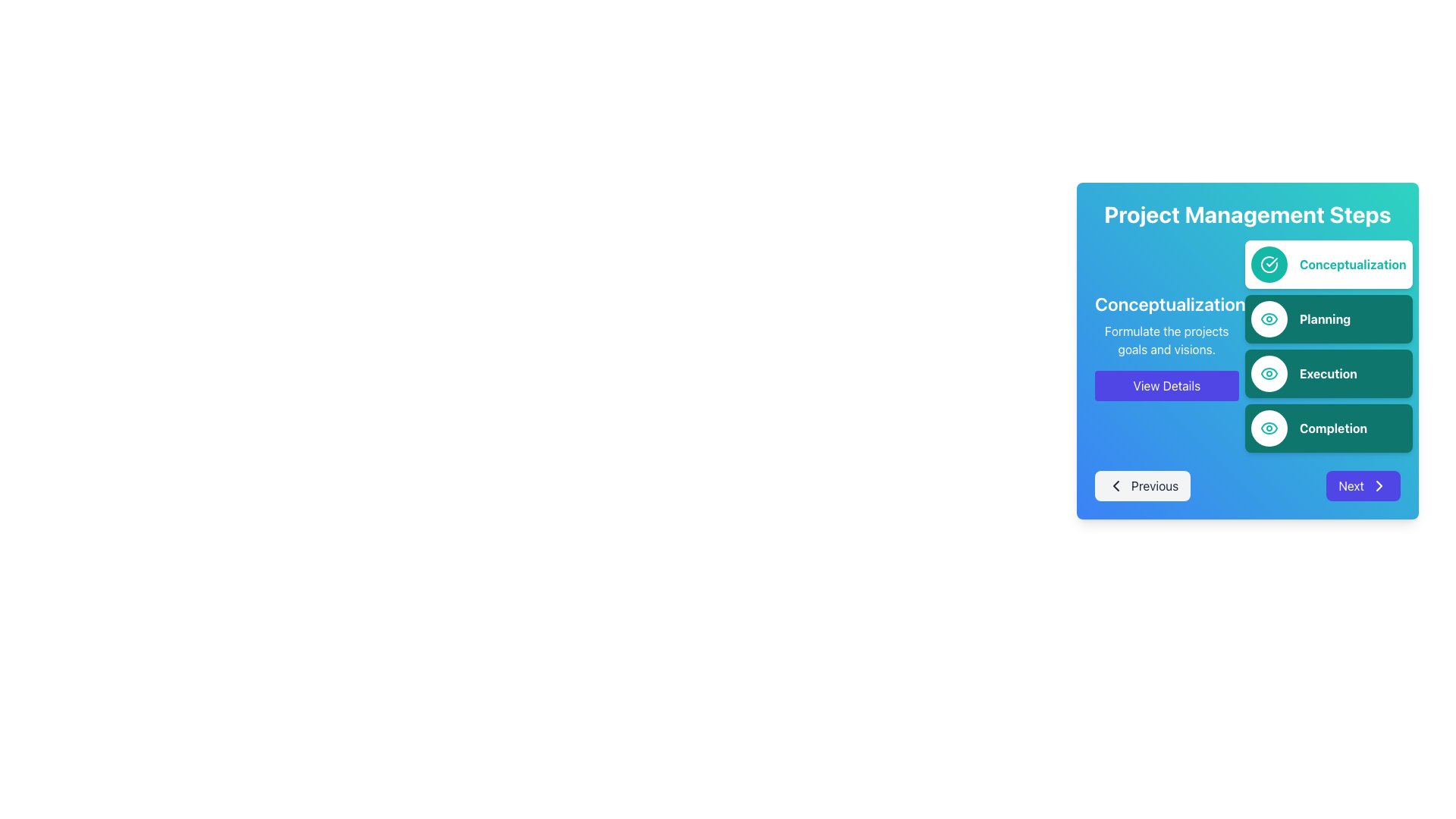  I want to click on the 'Next' button in the navigational control located at the bottom of the 'Project Management Steps' panel to advance to the following step, so click(1247, 485).